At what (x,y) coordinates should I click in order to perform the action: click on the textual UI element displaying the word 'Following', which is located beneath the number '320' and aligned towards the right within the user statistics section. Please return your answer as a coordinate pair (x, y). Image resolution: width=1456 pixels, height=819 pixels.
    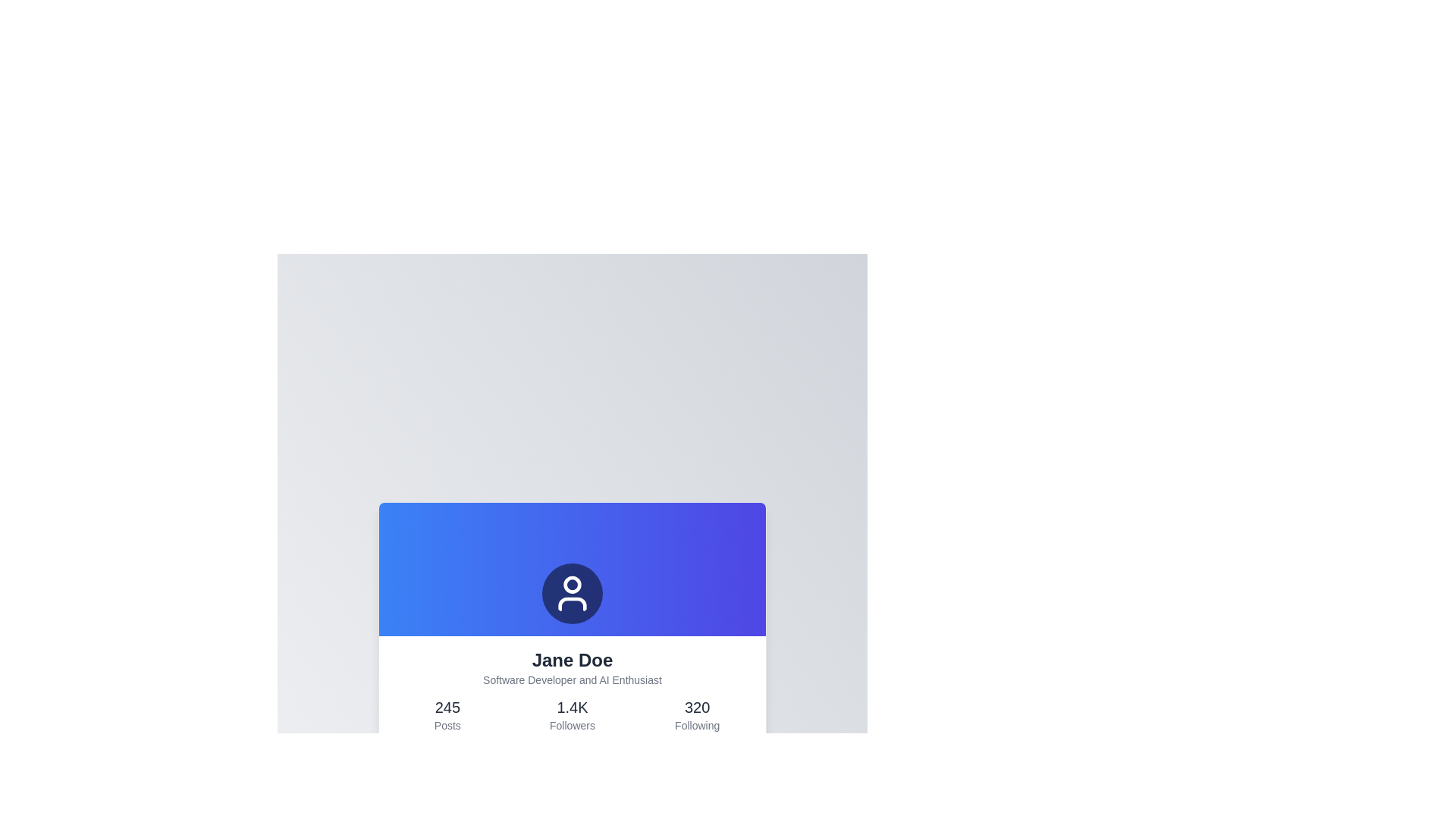
    Looking at the image, I should click on (696, 724).